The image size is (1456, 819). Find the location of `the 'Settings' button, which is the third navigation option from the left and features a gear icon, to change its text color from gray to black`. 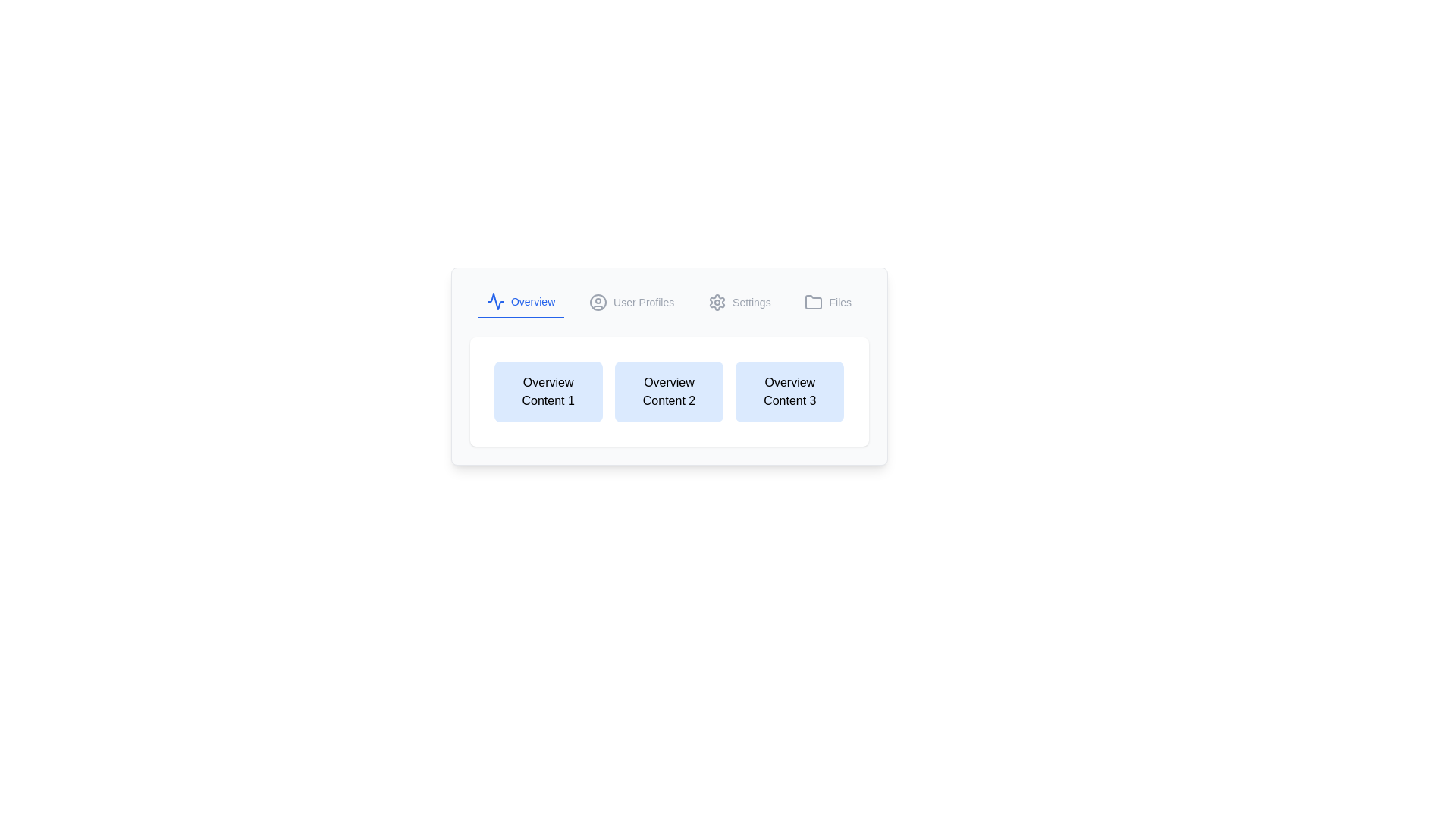

the 'Settings' button, which is the third navigation option from the left and features a gear icon, to change its text color from gray to black is located at coordinates (739, 302).